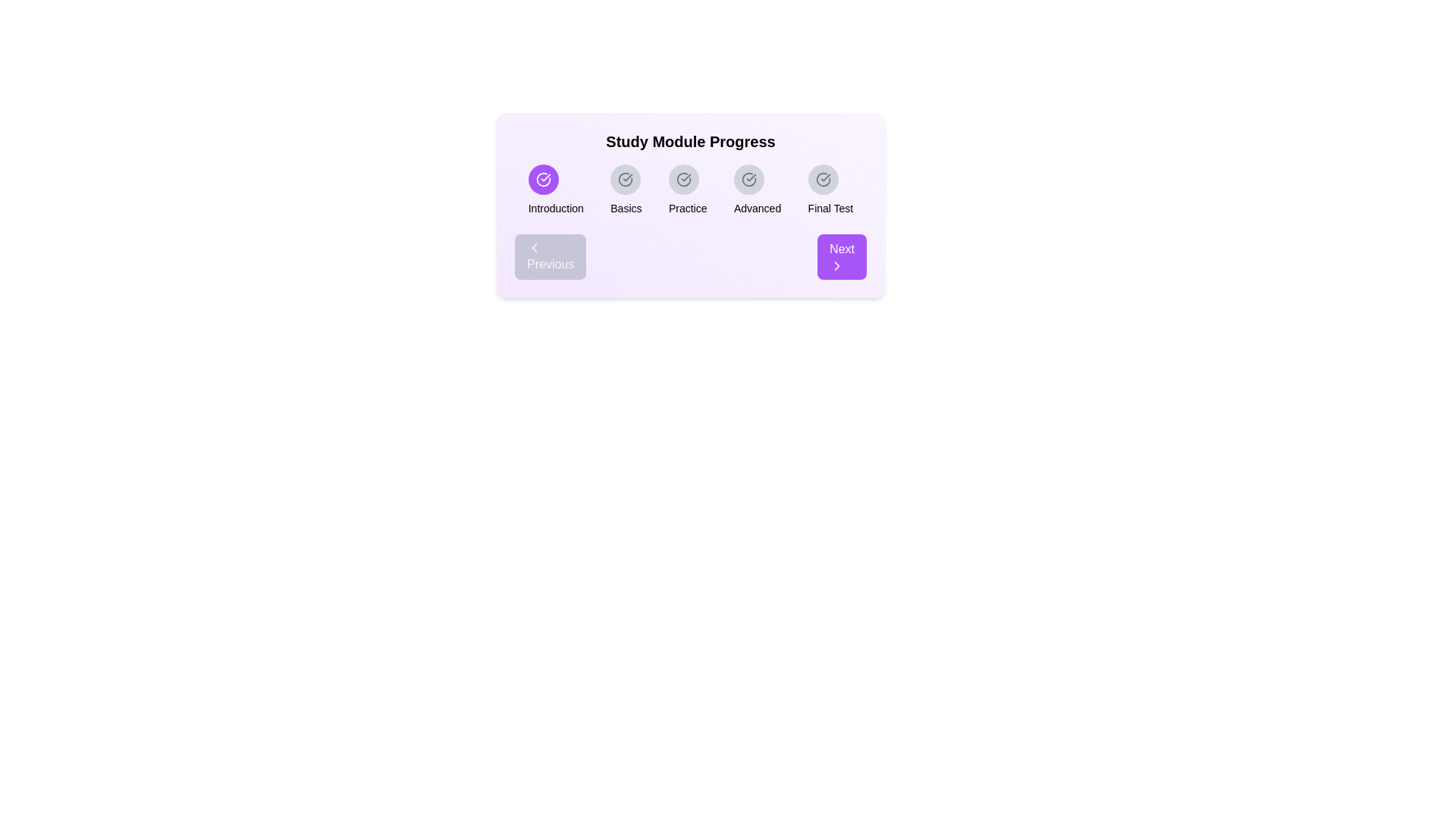 This screenshot has height=819, width=1456. Describe the element at coordinates (822, 178) in the screenshot. I see `the rightmost circular icon in the 'Final Test' module progress tracker to signify completion or activation` at that location.